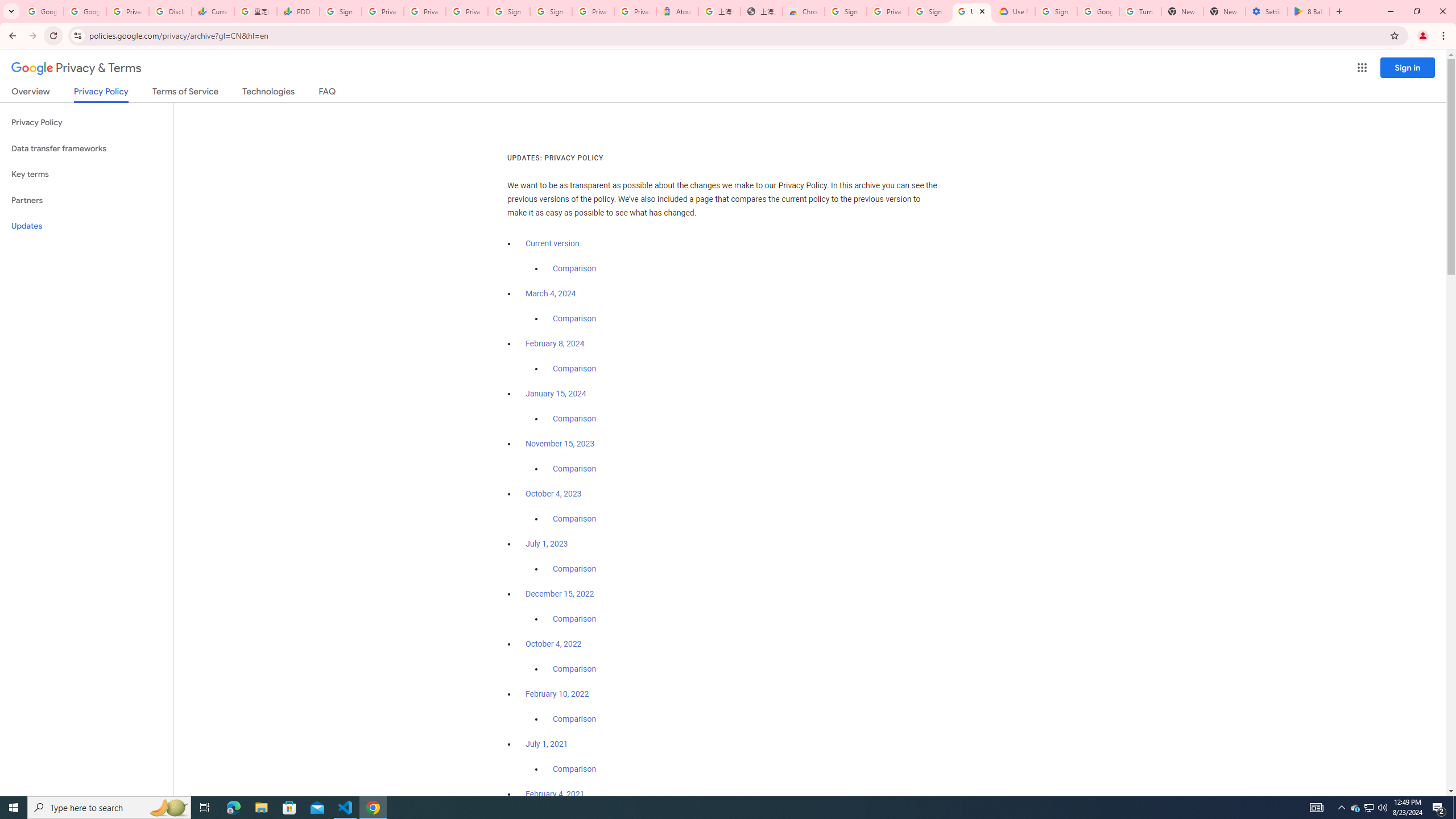 The image size is (1456, 819). Describe the element at coordinates (424, 11) in the screenshot. I see `'Privacy Checkup'` at that location.